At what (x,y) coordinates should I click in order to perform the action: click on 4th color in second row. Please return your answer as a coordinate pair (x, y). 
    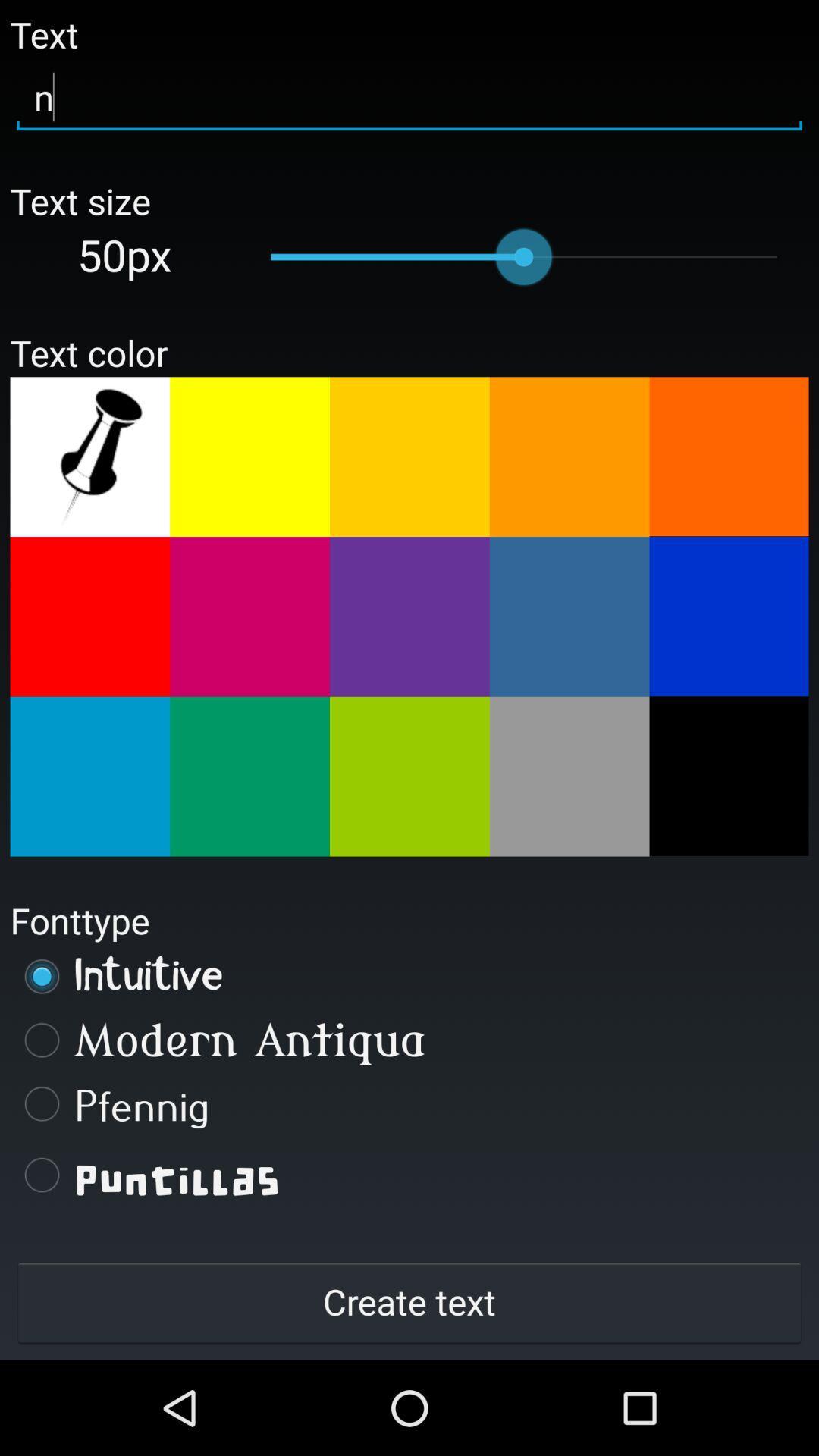
    Looking at the image, I should click on (570, 617).